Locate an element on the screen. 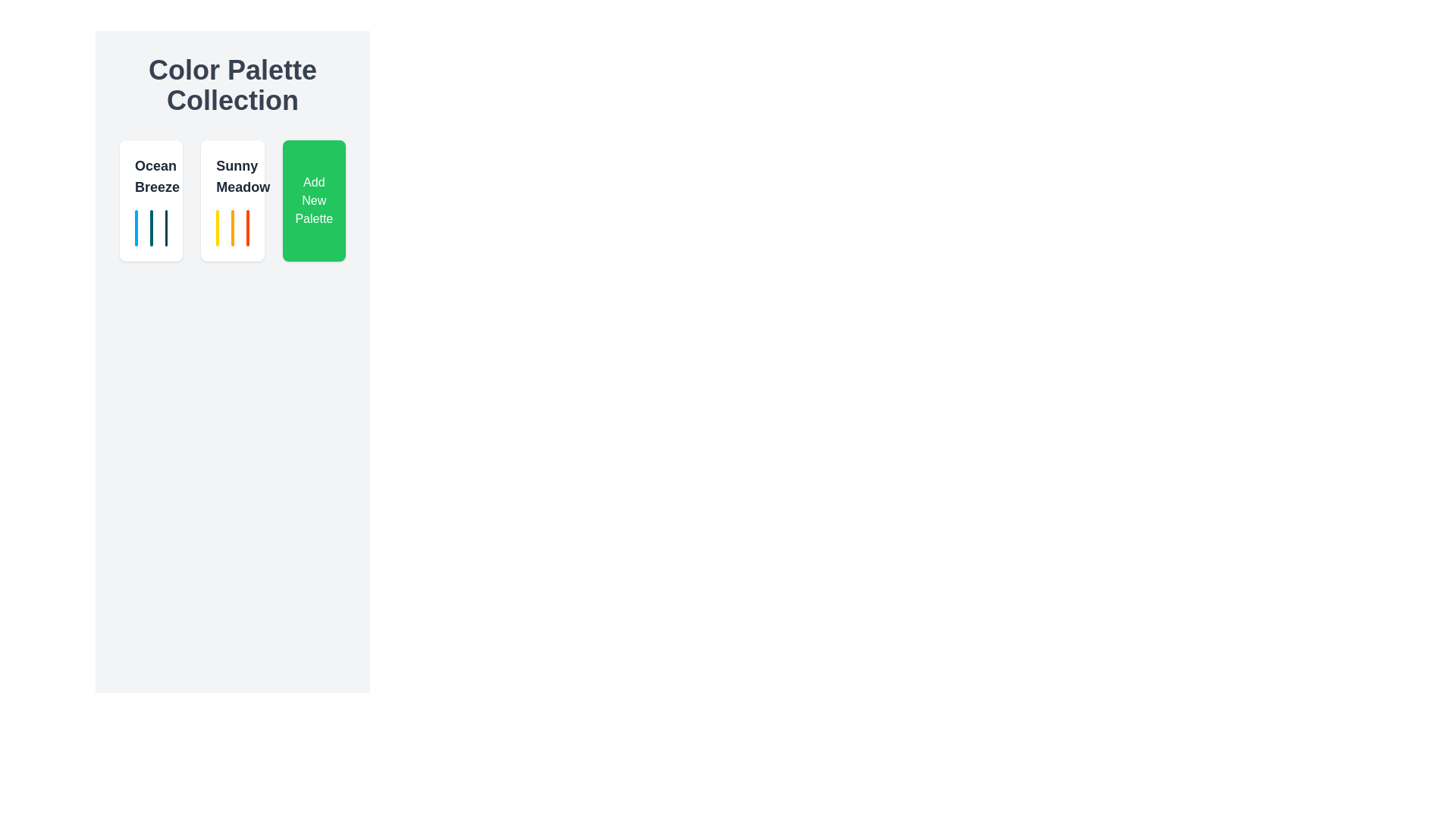 The width and height of the screenshot is (1456, 819). the color palette element, which is the second card in the 'Sunny Meadow' section is located at coordinates (232, 227).